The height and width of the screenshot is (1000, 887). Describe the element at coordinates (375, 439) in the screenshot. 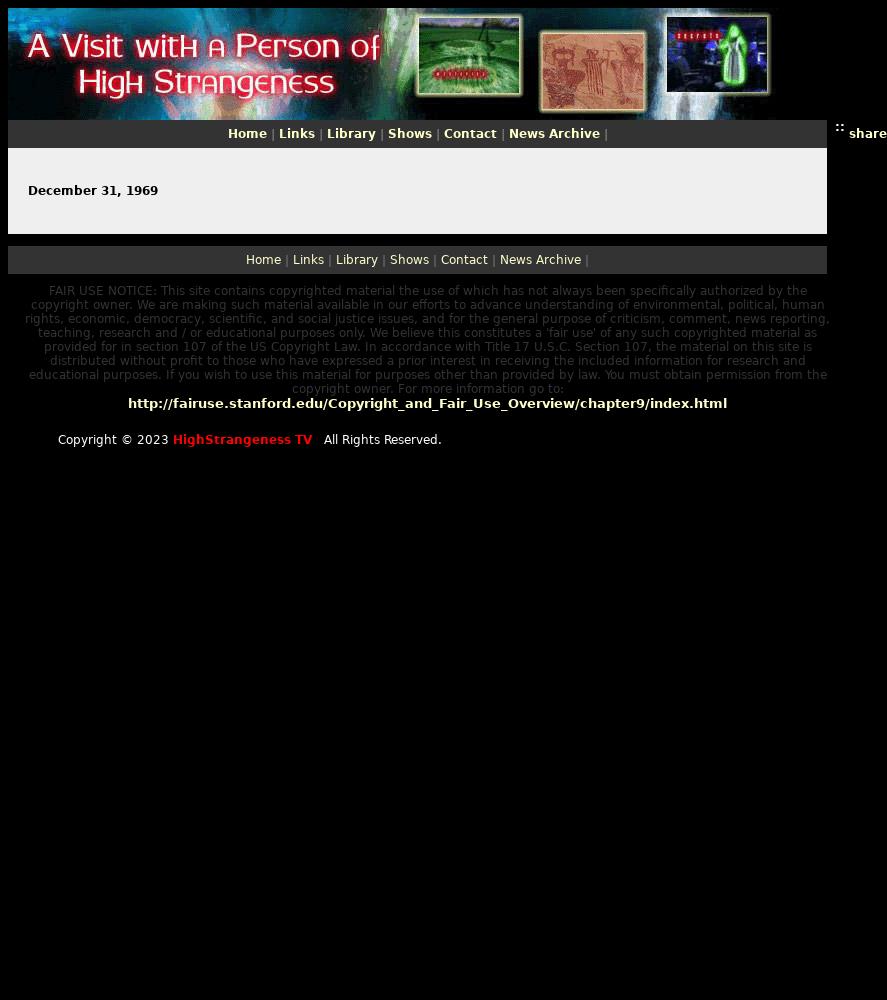

I see `'All Rights Reserved.'` at that location.